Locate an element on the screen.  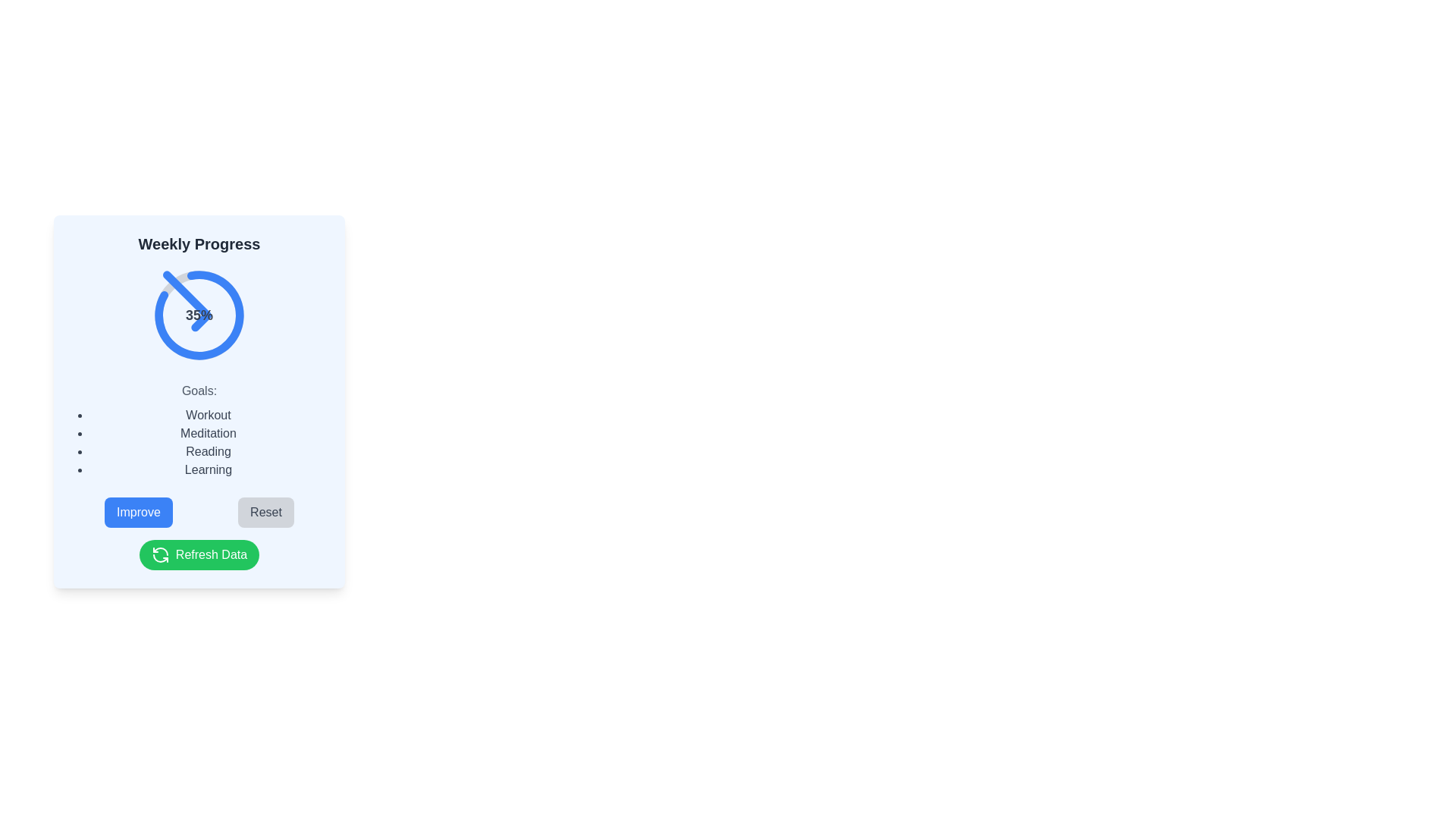
the 'Meditation' text label, which is the second item in the vertical list of goals under the 'Weekly Progress' header is located at coordinates (207, 433).